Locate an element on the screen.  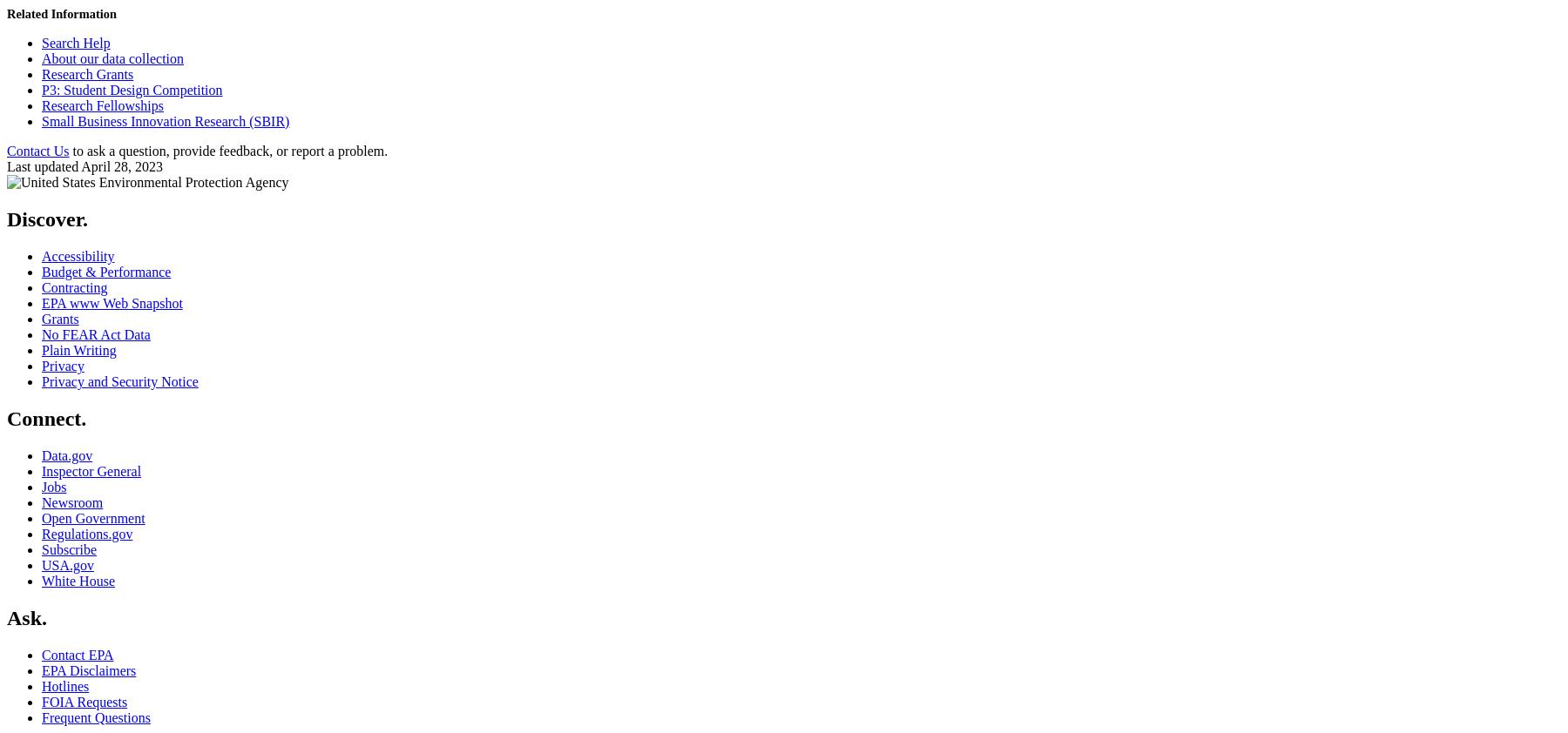
'Ask.' is located at coordinates (25, 616).